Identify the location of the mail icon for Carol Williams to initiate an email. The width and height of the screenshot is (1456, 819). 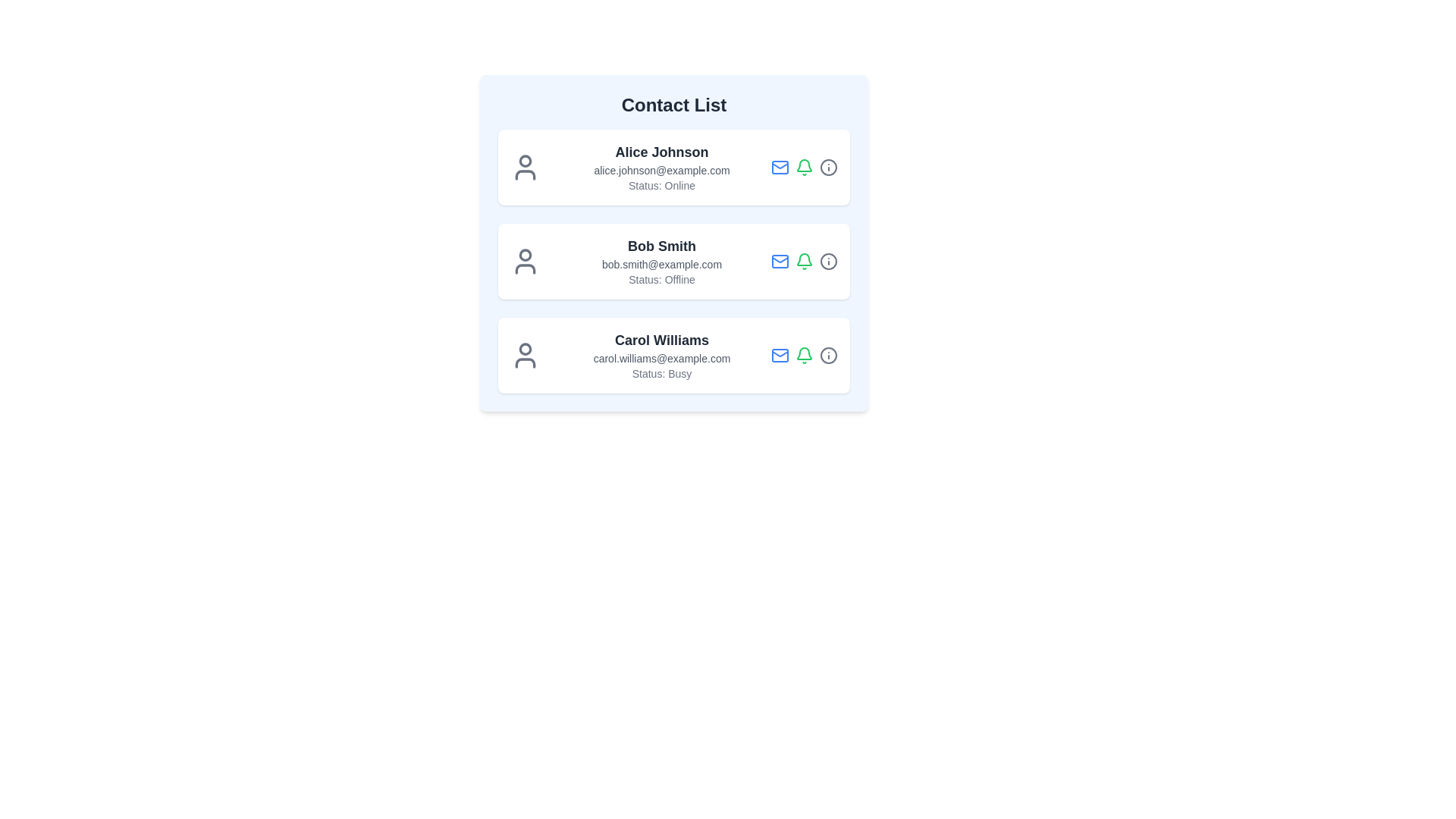
(780, 356).